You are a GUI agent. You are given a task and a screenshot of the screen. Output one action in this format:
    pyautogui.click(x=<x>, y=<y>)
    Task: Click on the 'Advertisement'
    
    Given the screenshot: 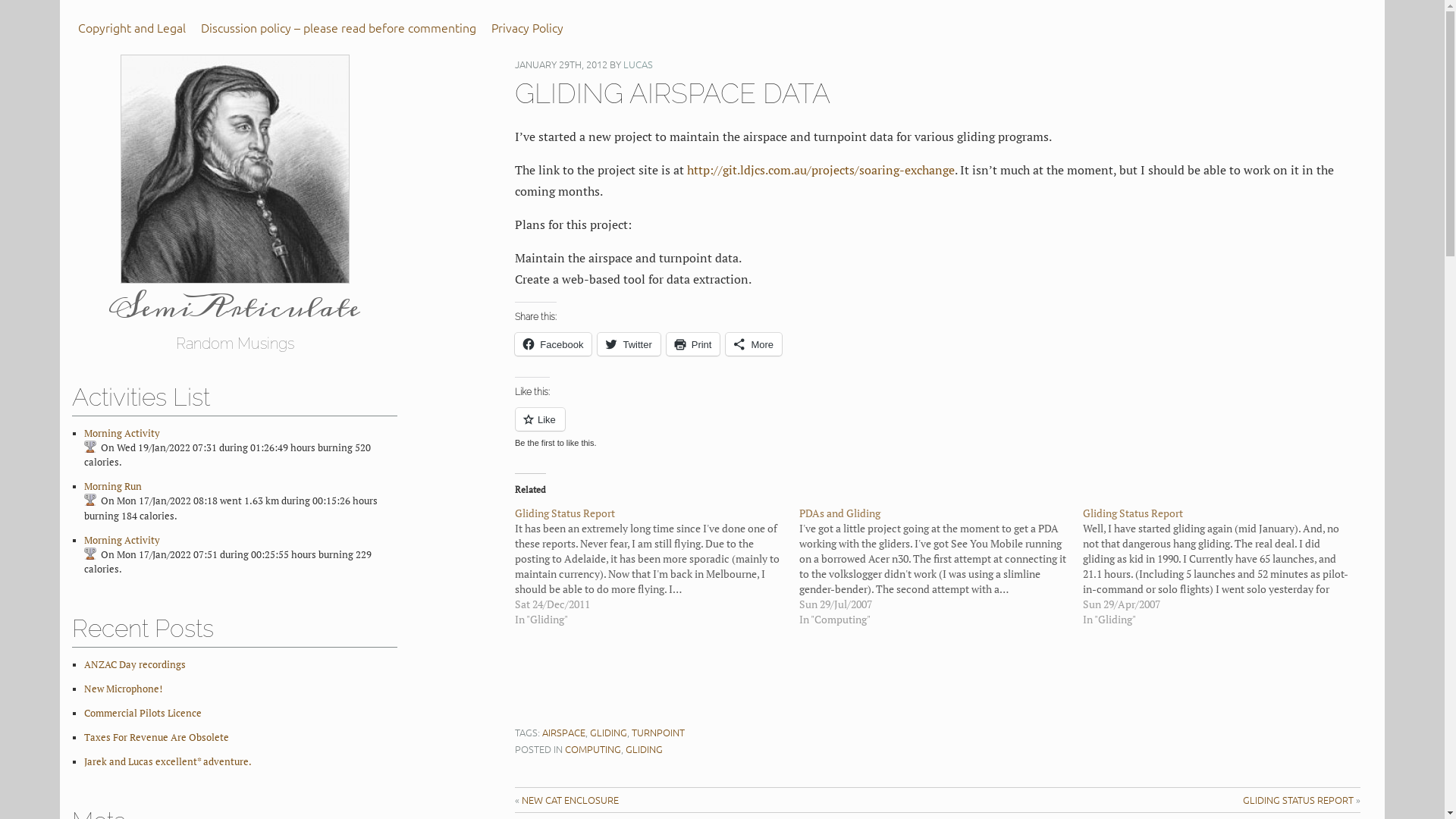 What is the action you would take?
    pyautogui.click(x=789, y=685)
    